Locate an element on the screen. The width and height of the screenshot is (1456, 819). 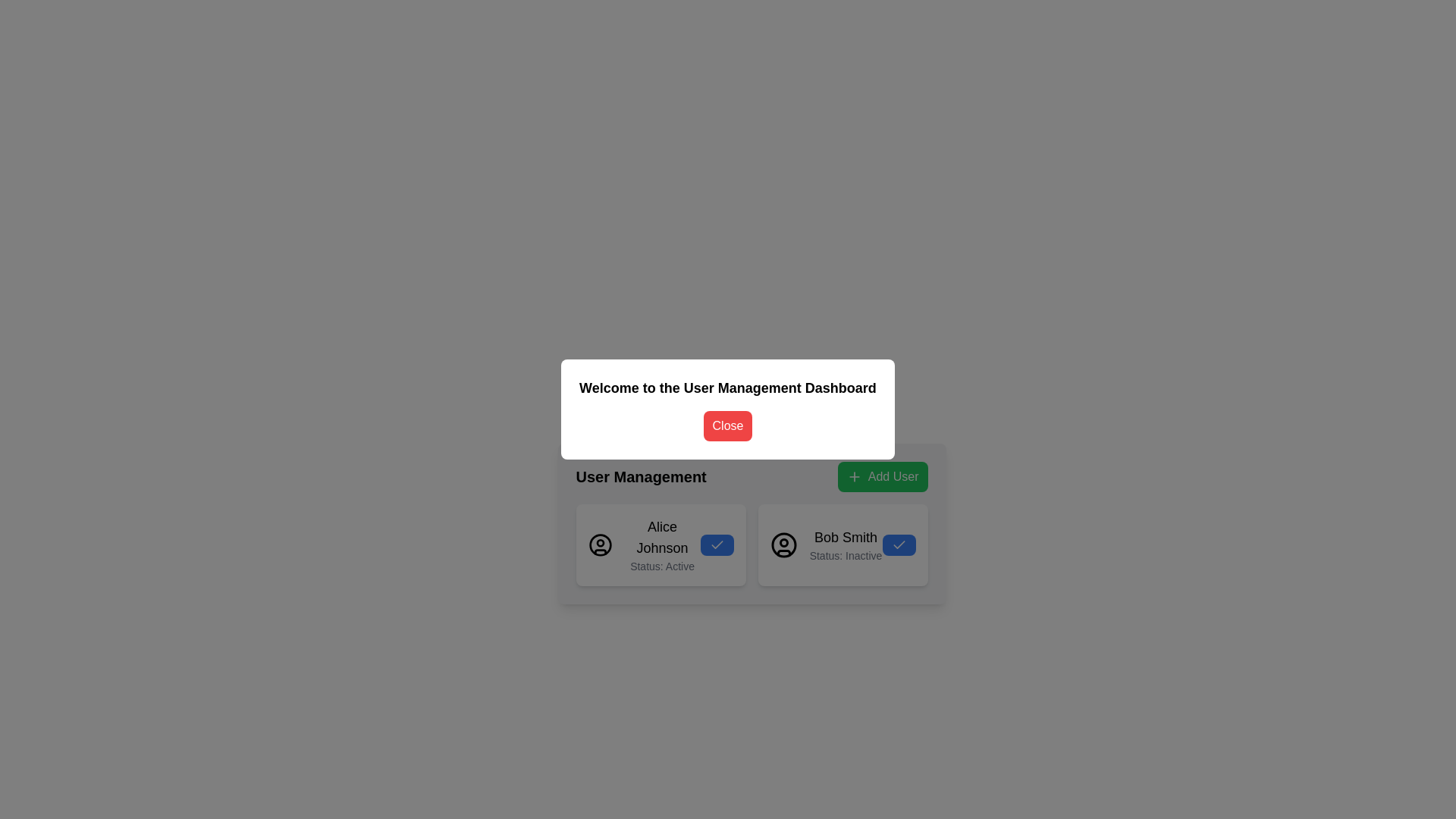
the blue button with white text and a checkmark icon located at the lower-right corner of Alice Johnson's user card is located at coordinates (716, 544).